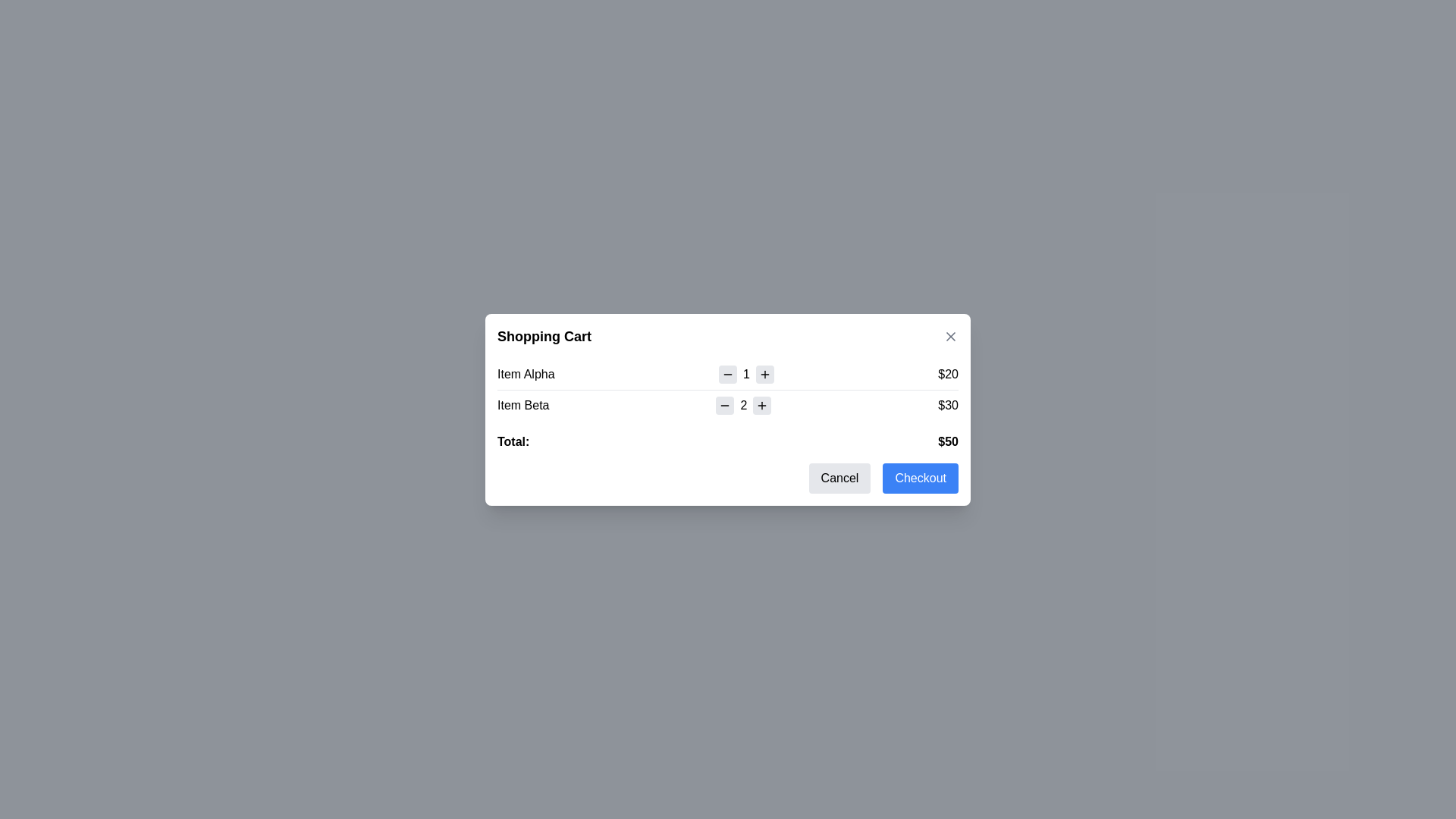 The image size is (1456, 819). I want to click on the quantity controls of the shopping cart items list located beneath the 'Shopping Cart' title and above the 'Total:' section, so click(728, 388).